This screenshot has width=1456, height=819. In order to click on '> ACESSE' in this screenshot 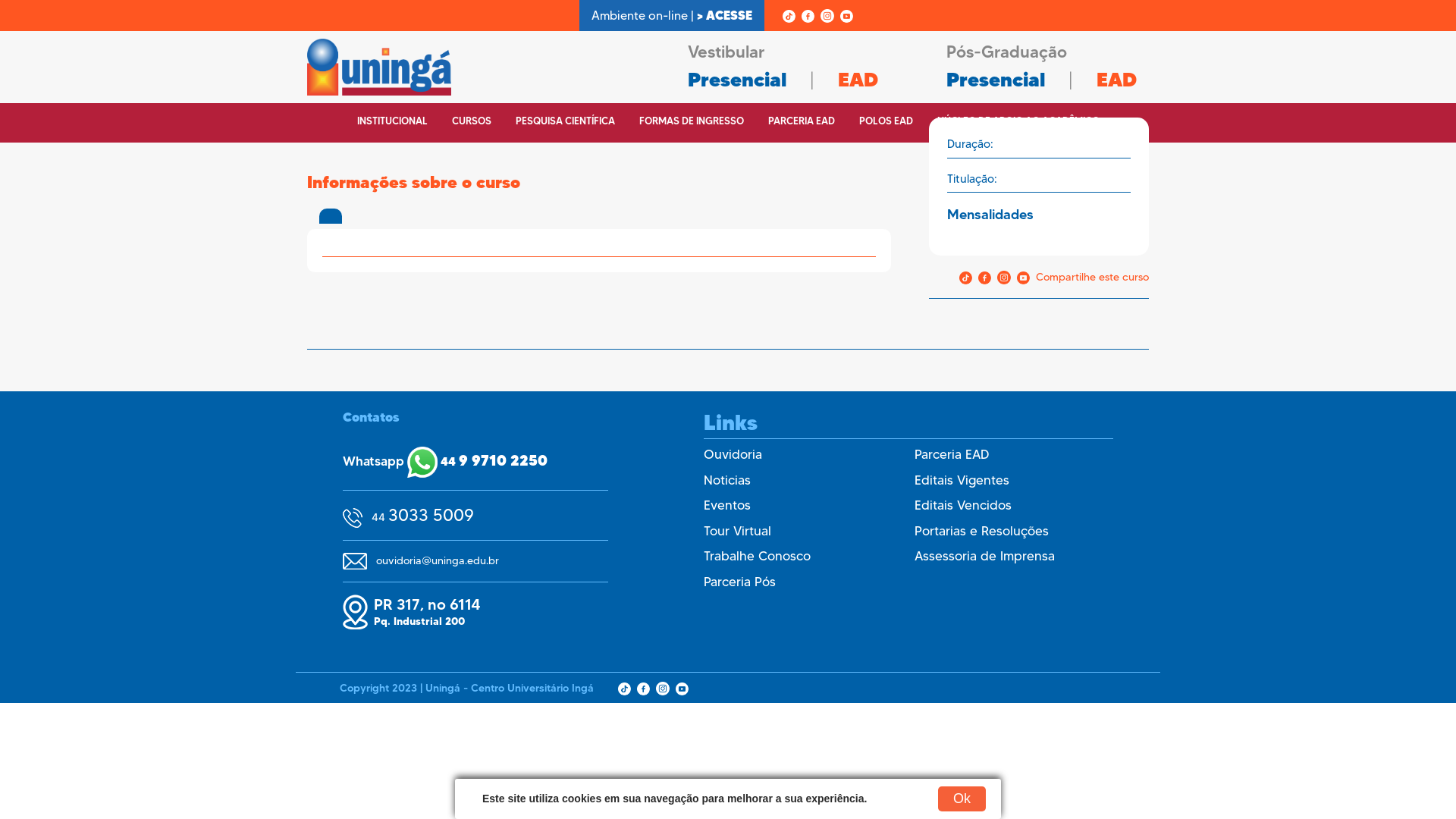, I will do `click(723, 14)`.